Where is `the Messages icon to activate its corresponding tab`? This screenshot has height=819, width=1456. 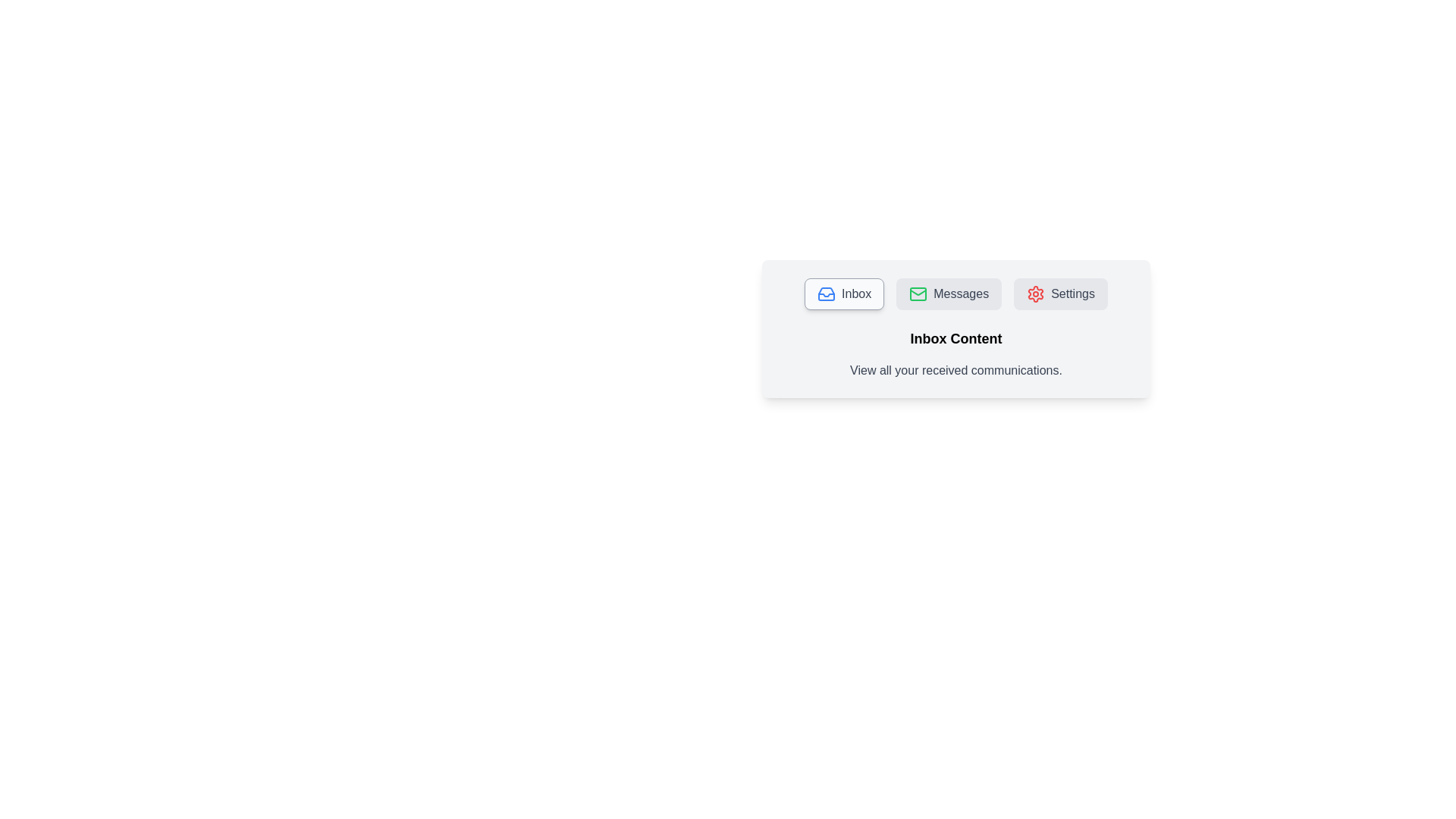
the Messages icon to activate its corresponding tab is located at coordinates (918, 294).